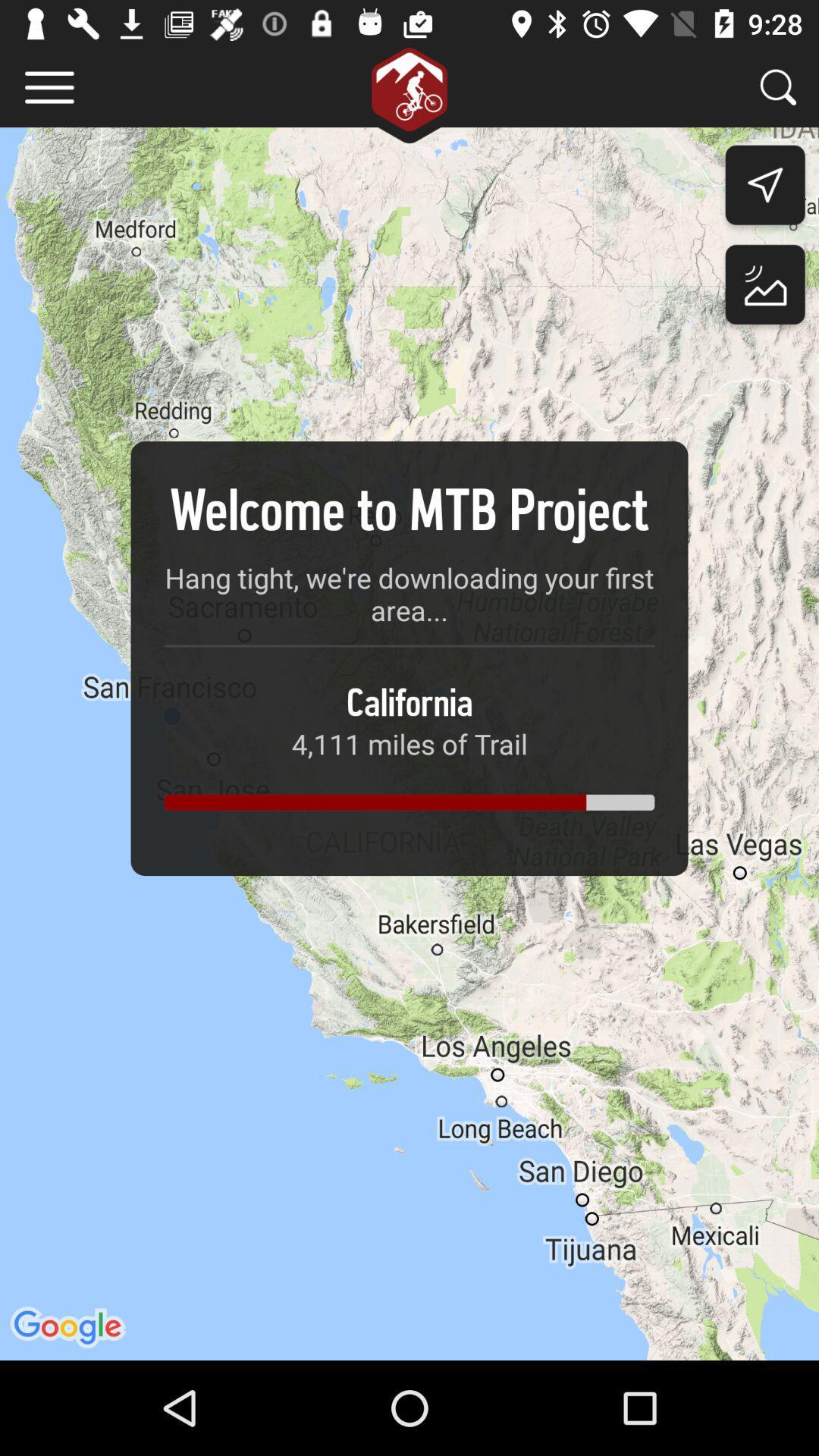  I want to click on search for trails, so click(778, 86).